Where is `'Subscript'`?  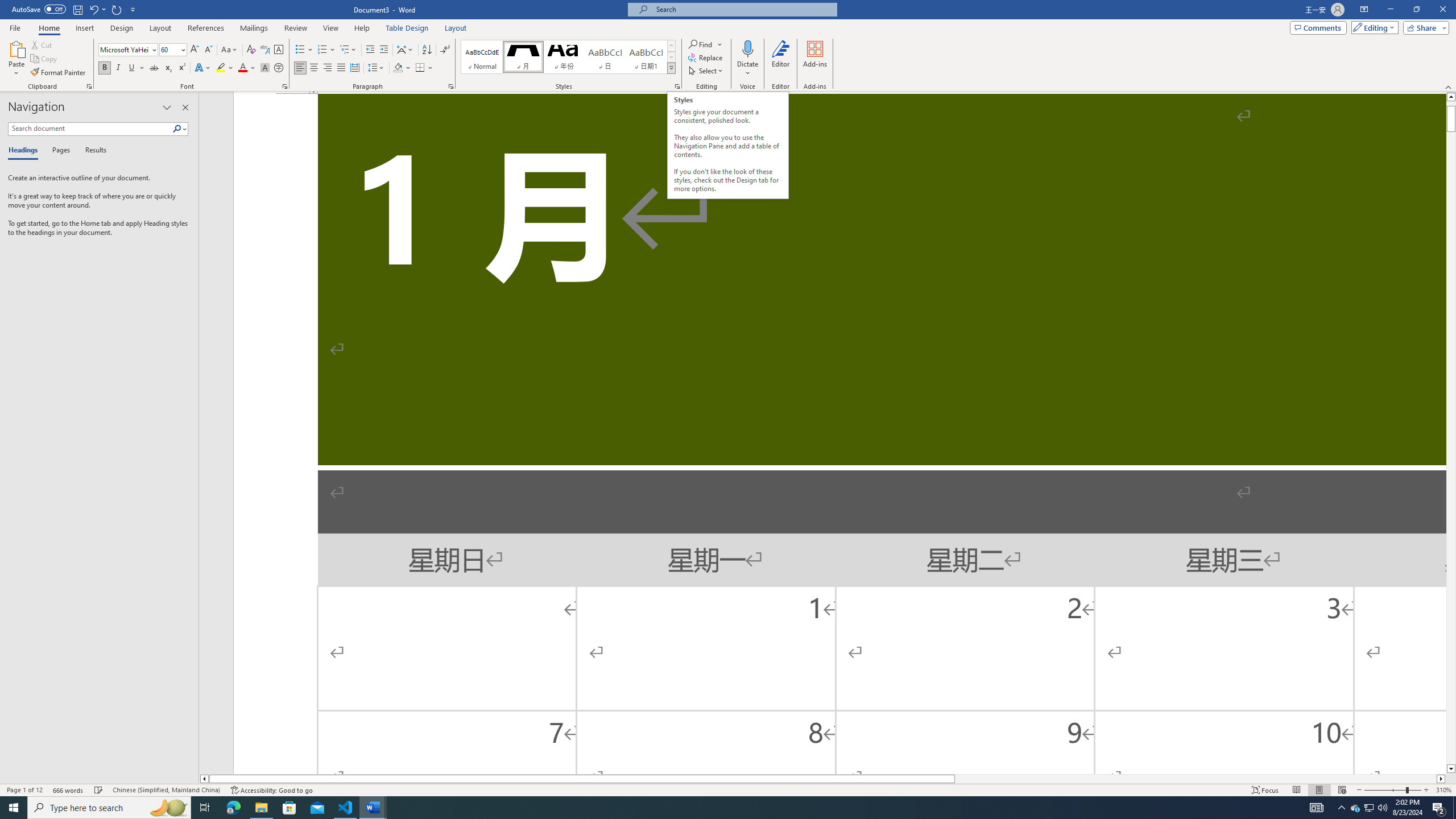 'Subscript' is located at coordinates (167, 67).